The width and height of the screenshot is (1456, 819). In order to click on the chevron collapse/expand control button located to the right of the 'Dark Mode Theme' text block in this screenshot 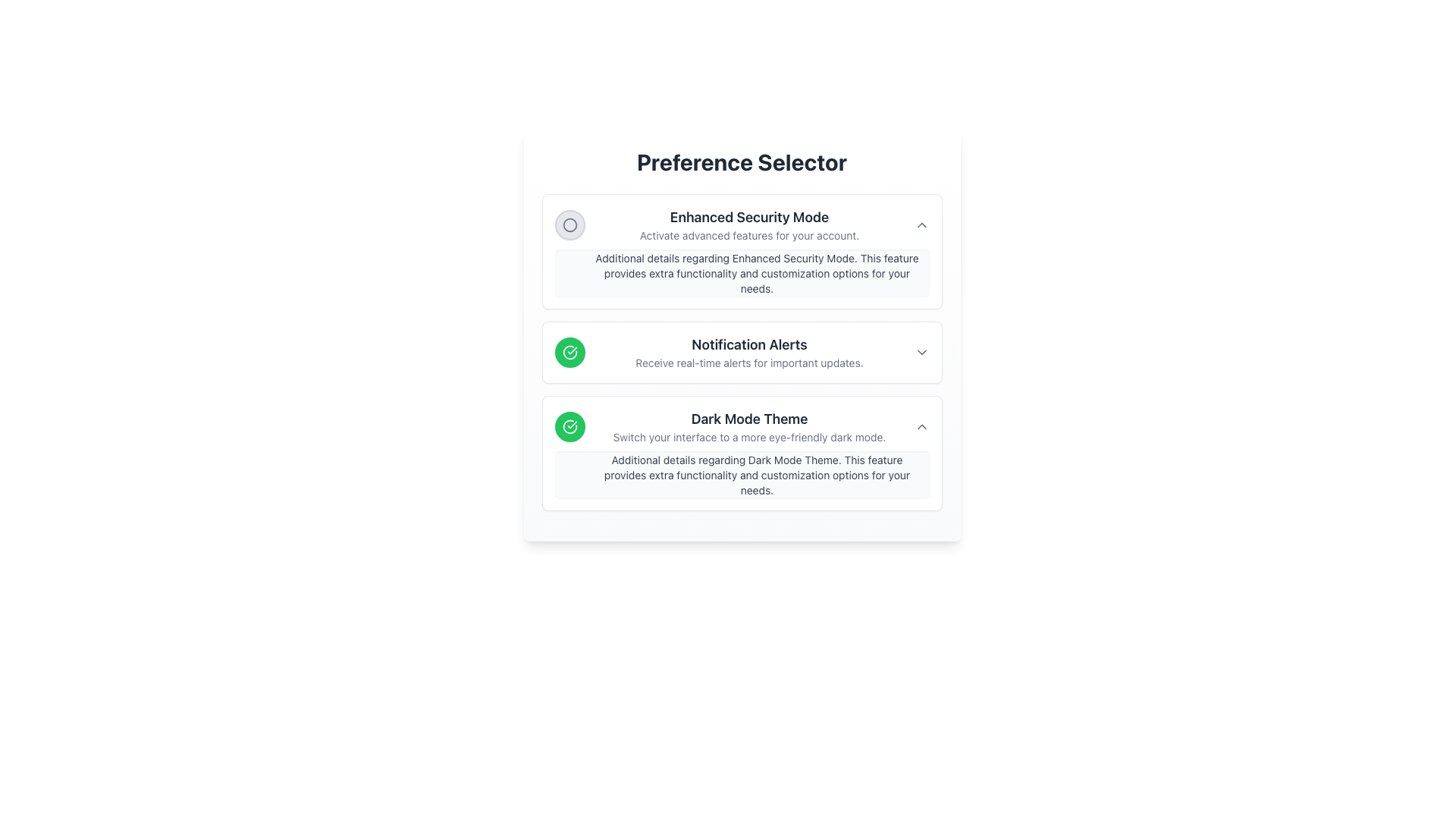, I will do `click(921, 427)`.